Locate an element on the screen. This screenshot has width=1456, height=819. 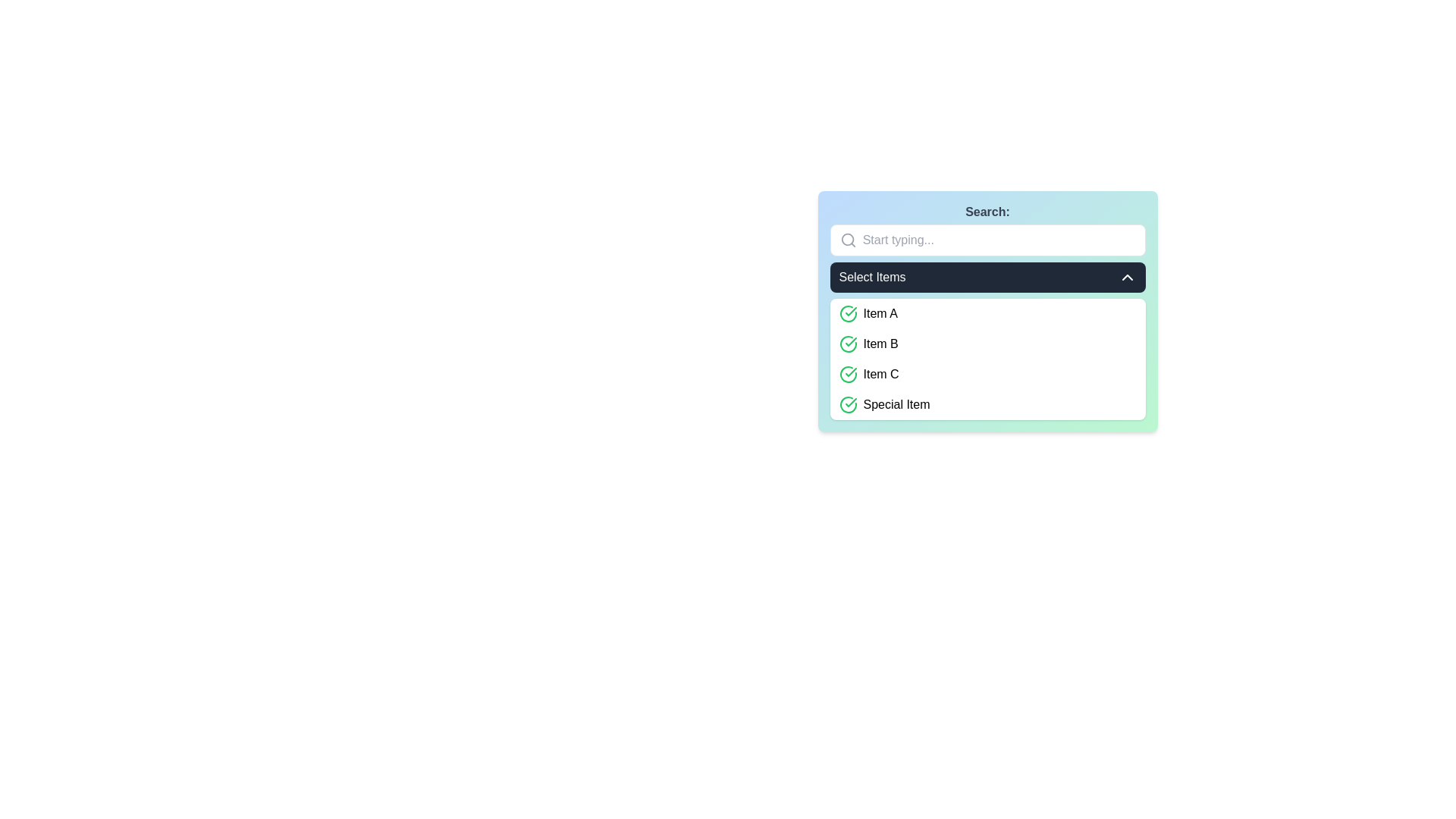
circular green icon with a white inner stroke located to the left of 'Item C' using developer tools is located at coordinates (847, 312).